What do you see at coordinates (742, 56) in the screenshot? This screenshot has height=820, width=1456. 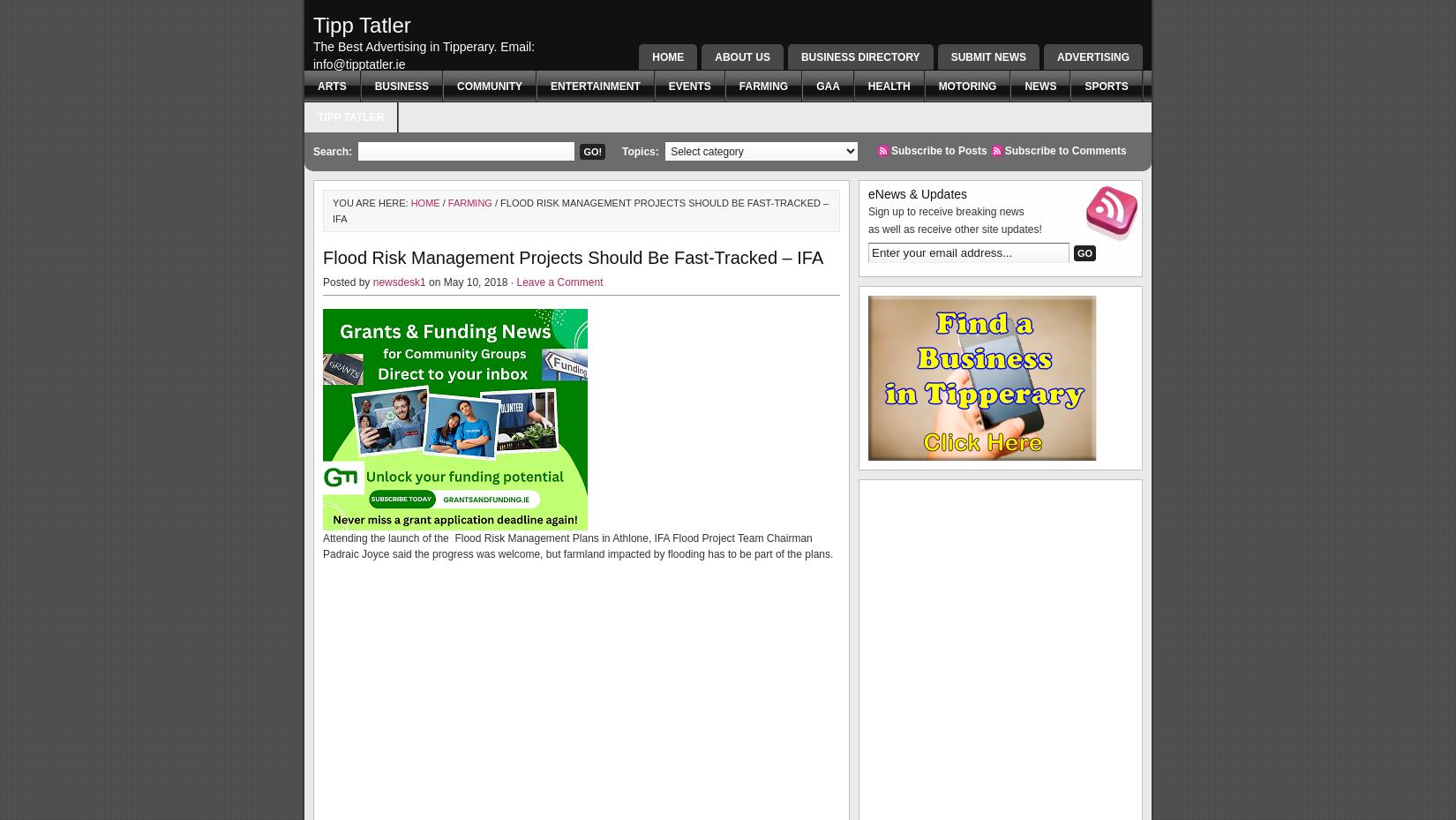 I see `'About us'` at bounding box center [742, 56].